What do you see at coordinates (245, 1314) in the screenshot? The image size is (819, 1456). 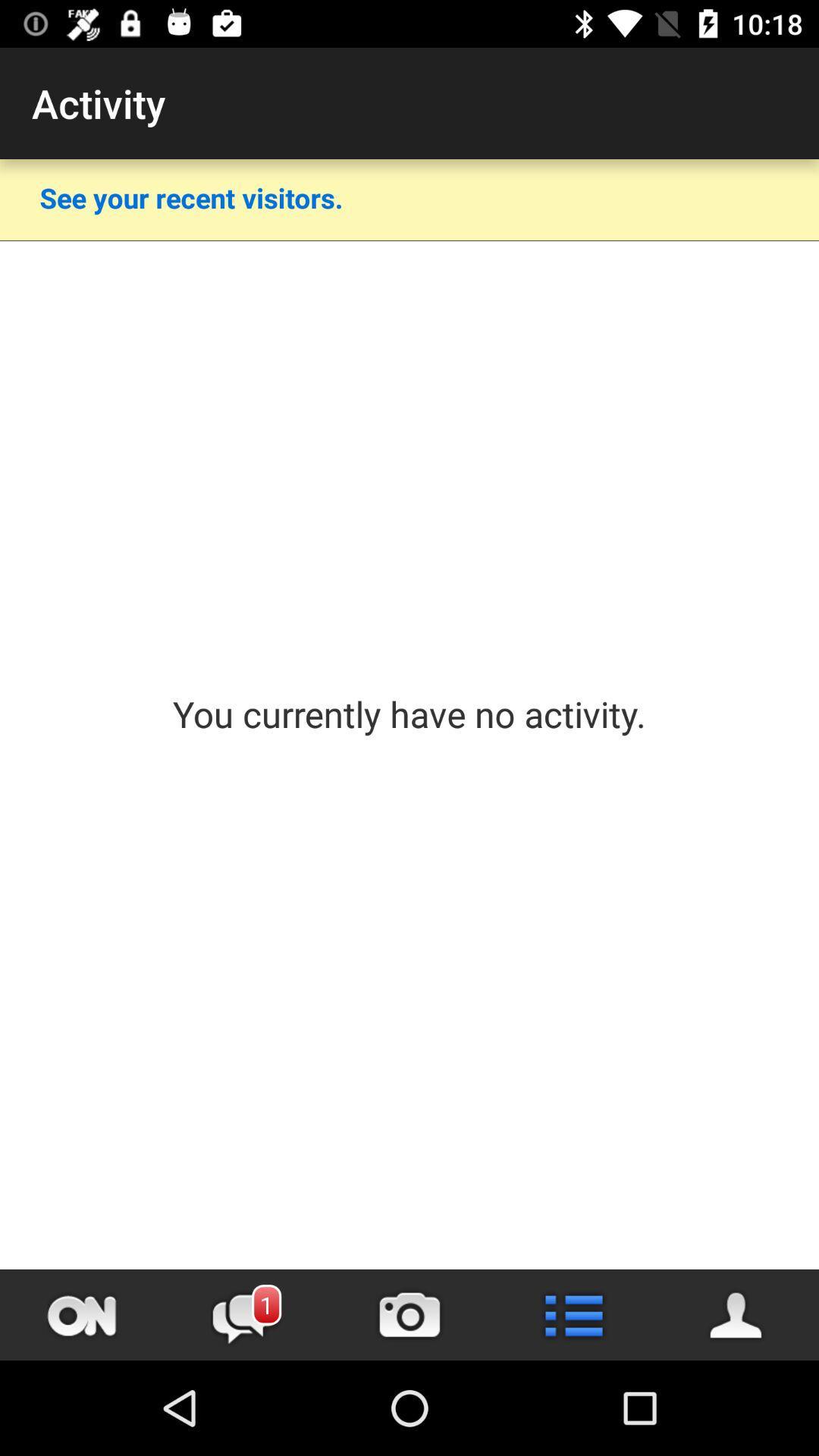 I see `message tab` at bounding box center [245, 1314].